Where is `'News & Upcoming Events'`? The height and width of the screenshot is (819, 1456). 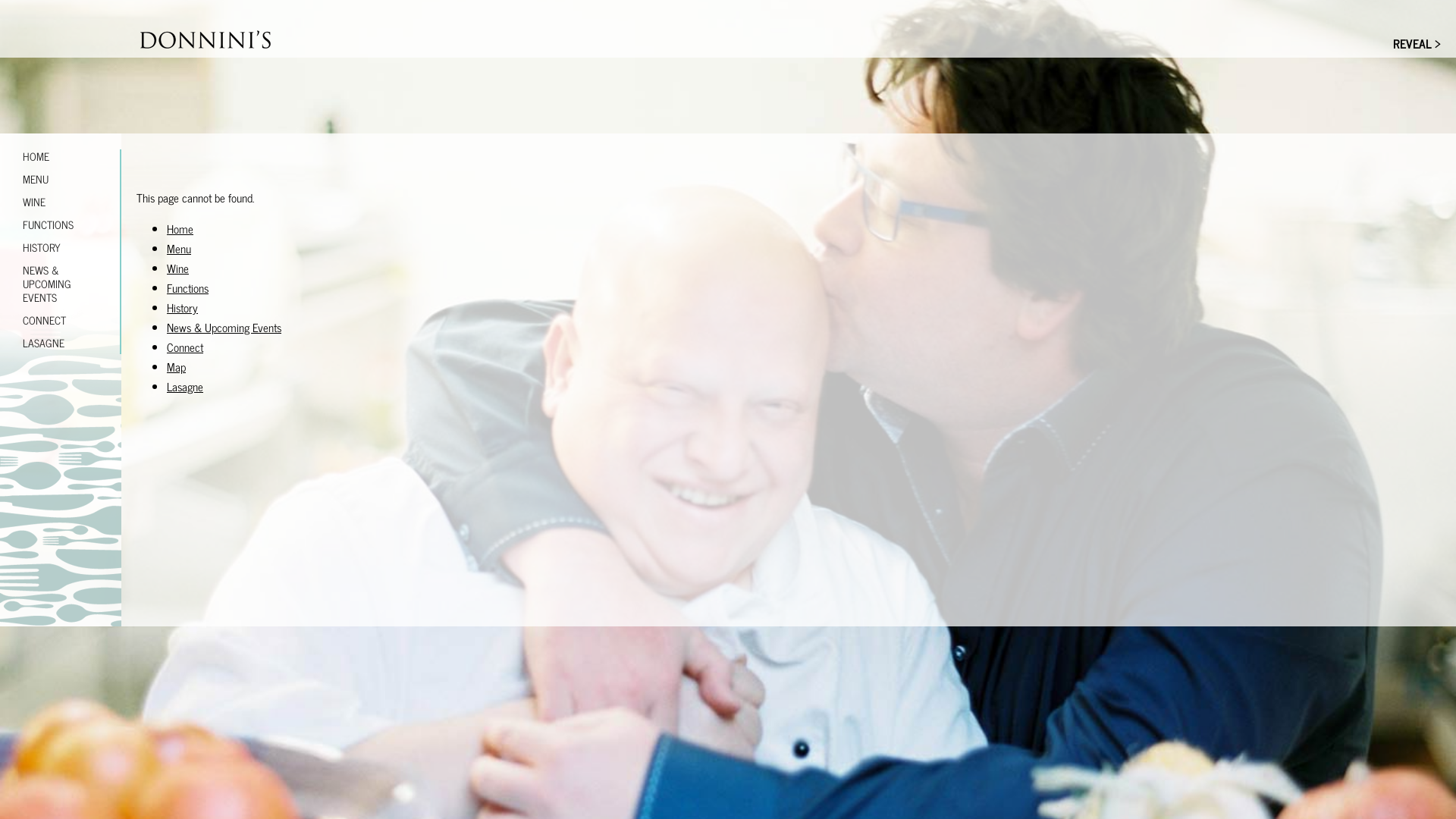
'News & Upcoming Events' is located at coordinates (167, 326).